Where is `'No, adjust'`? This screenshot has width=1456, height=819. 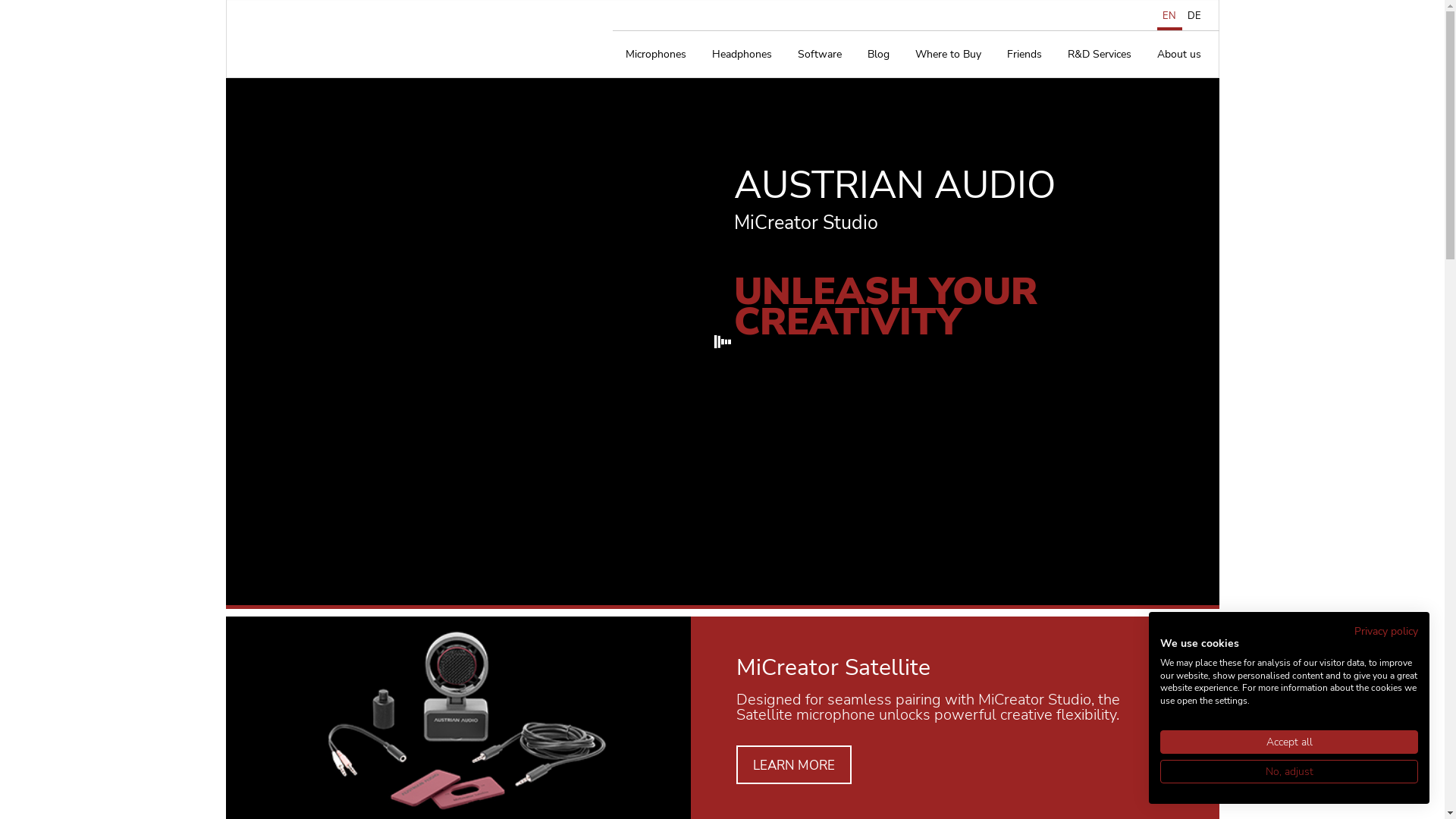 'No, adjust' is located at coordinates (1288, 771).